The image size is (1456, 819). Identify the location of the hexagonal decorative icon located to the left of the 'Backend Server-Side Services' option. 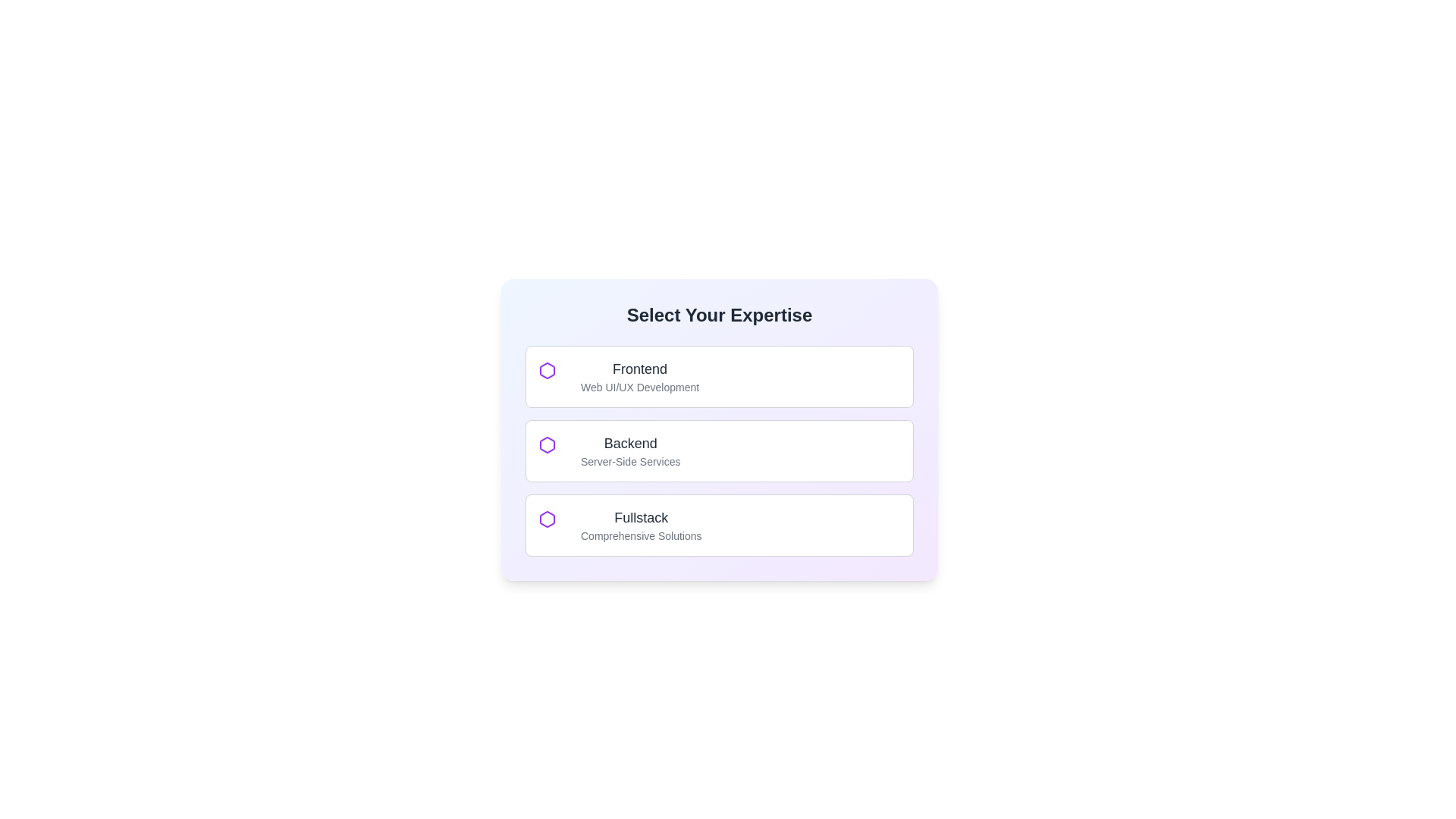
(546, 444).